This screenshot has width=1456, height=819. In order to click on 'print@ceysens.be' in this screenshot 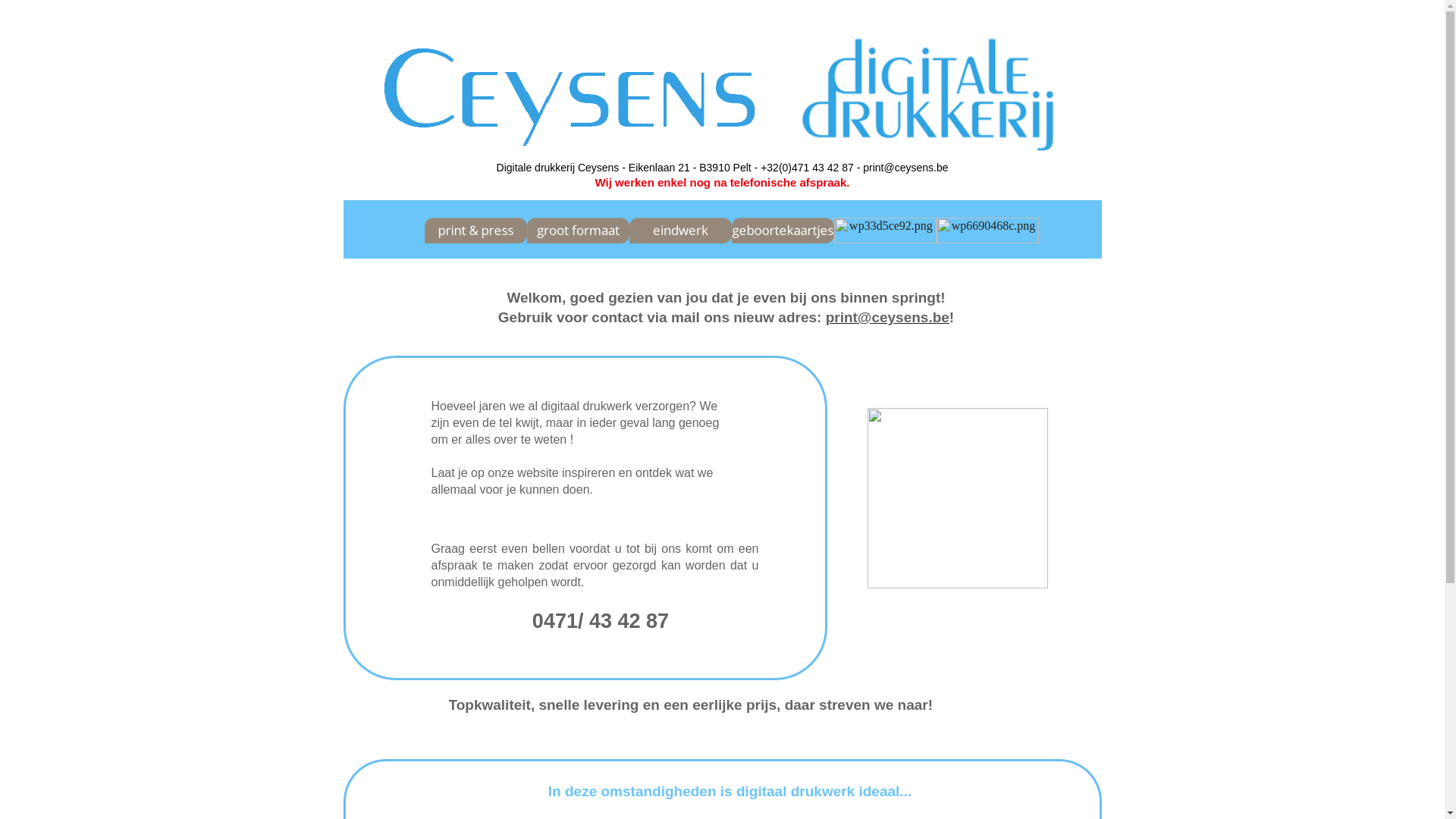, I will do `click(887, 317)`.